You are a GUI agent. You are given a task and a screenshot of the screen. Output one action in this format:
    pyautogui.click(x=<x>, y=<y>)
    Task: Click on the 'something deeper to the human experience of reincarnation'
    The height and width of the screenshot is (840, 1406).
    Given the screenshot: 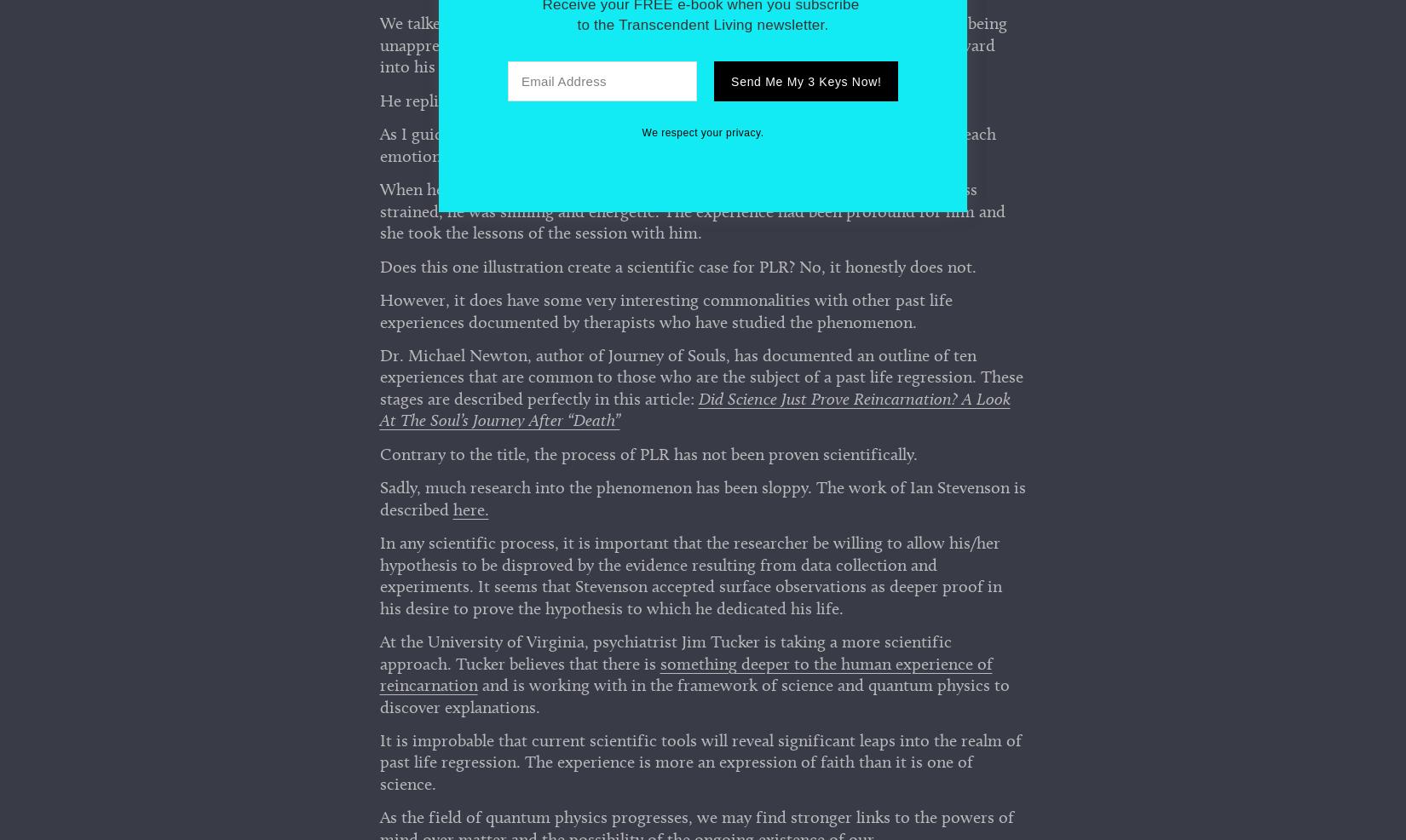 What is the action you would take?
    pyautogui.click(x=684, y=679)
    